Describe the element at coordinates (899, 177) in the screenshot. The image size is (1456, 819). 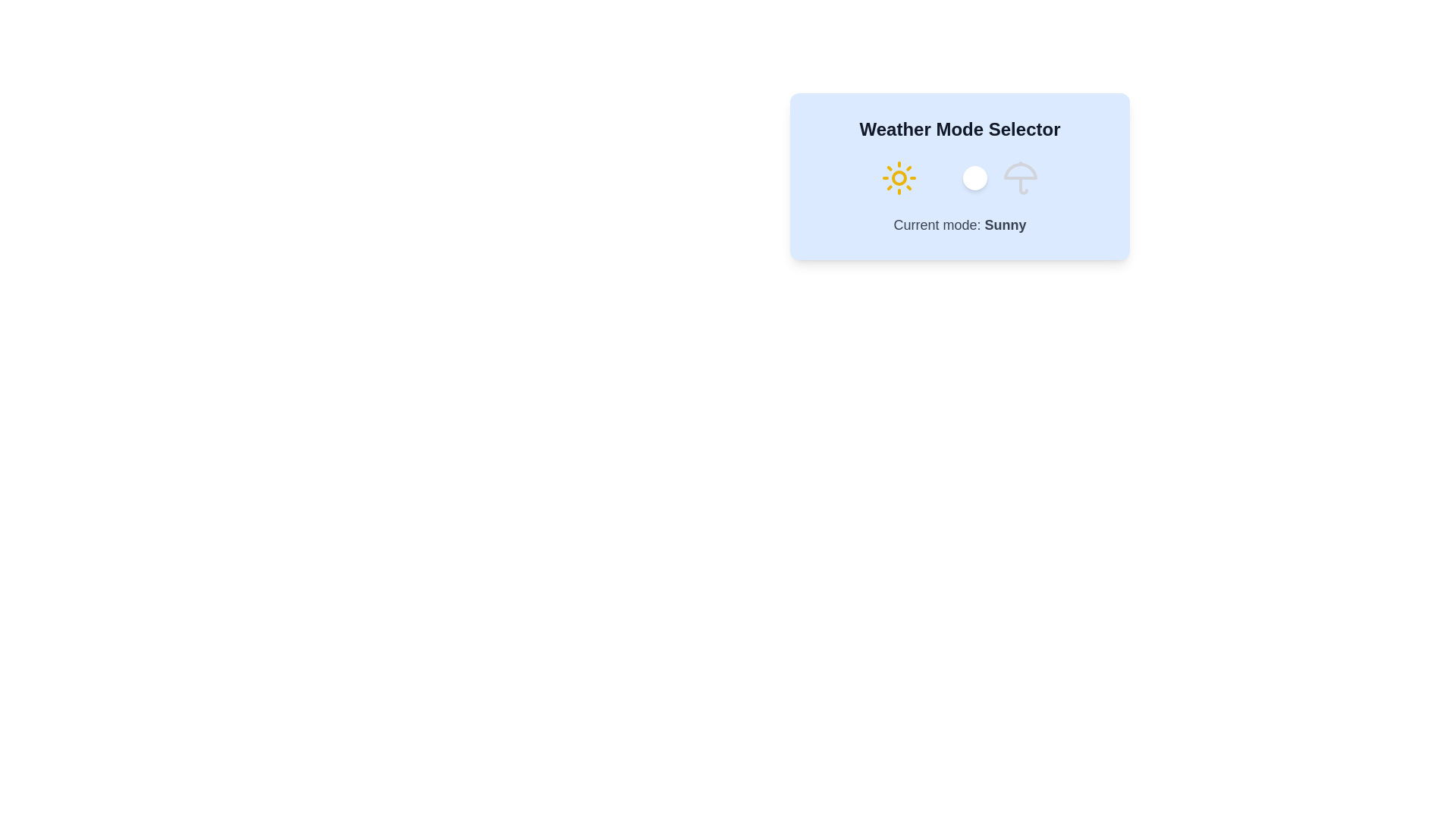
I see `the sunny weather mode icon represented as an SVG element, which is the leftmost icon in the Weather Mode Selector card component` at that location.